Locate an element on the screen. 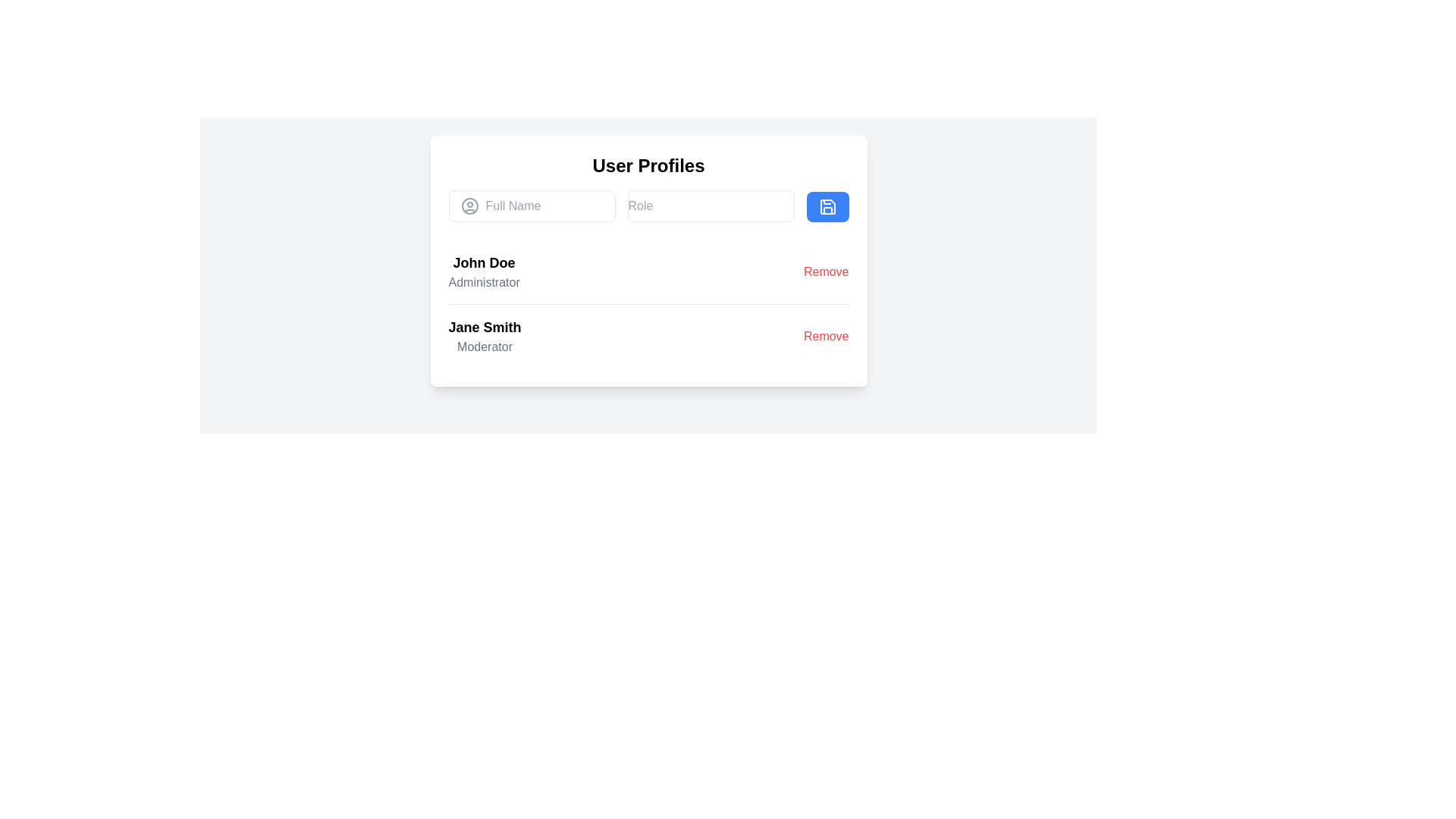 The height and width of the screenshot is (819, 1456). the red-text hyperlink labeled 'Remove' associated with user 'John Doe' in the 'User Profiles' card is located at coordinates (825, 271).